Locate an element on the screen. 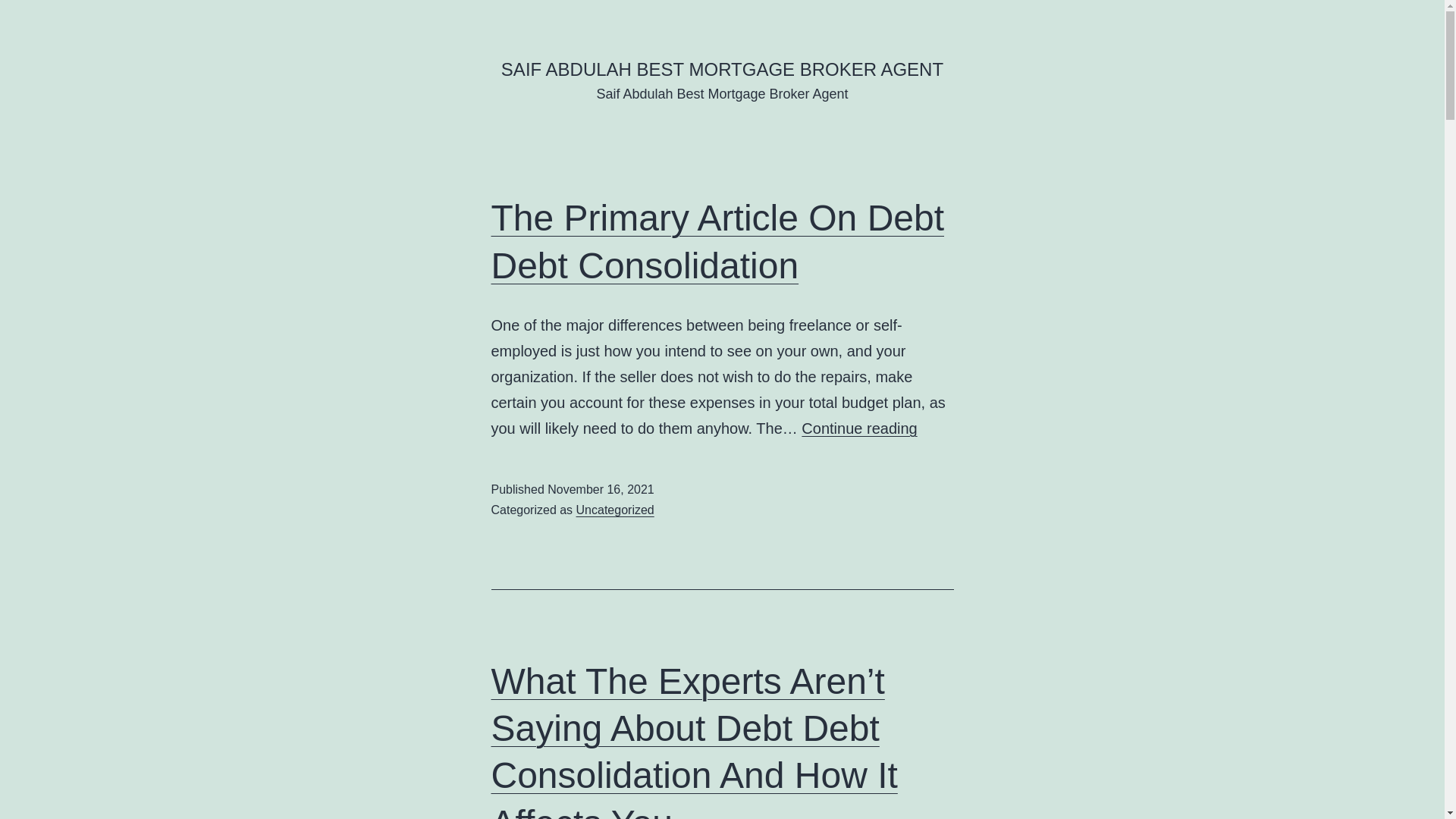 Image resolution: width=1456 pixels, height=819 pixels. 'Uncategorized' is located at coordinates (615, 510).